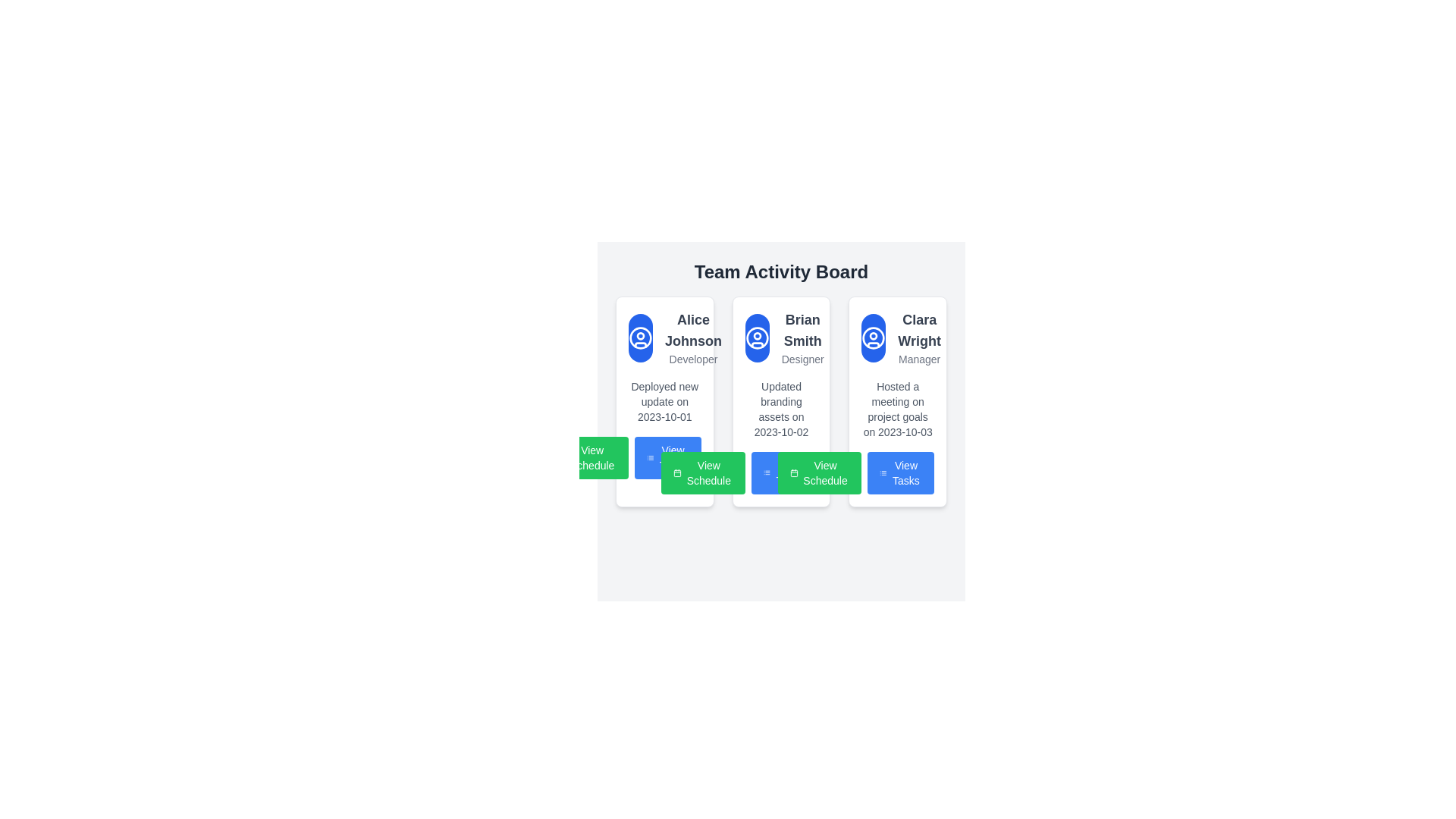 The width and height of the screenshot is (1456, 819). I want to click on the decorative user profile icon representing Clara Wright, located in the top section of the third card on the right side of the interface, so click(874, 337).